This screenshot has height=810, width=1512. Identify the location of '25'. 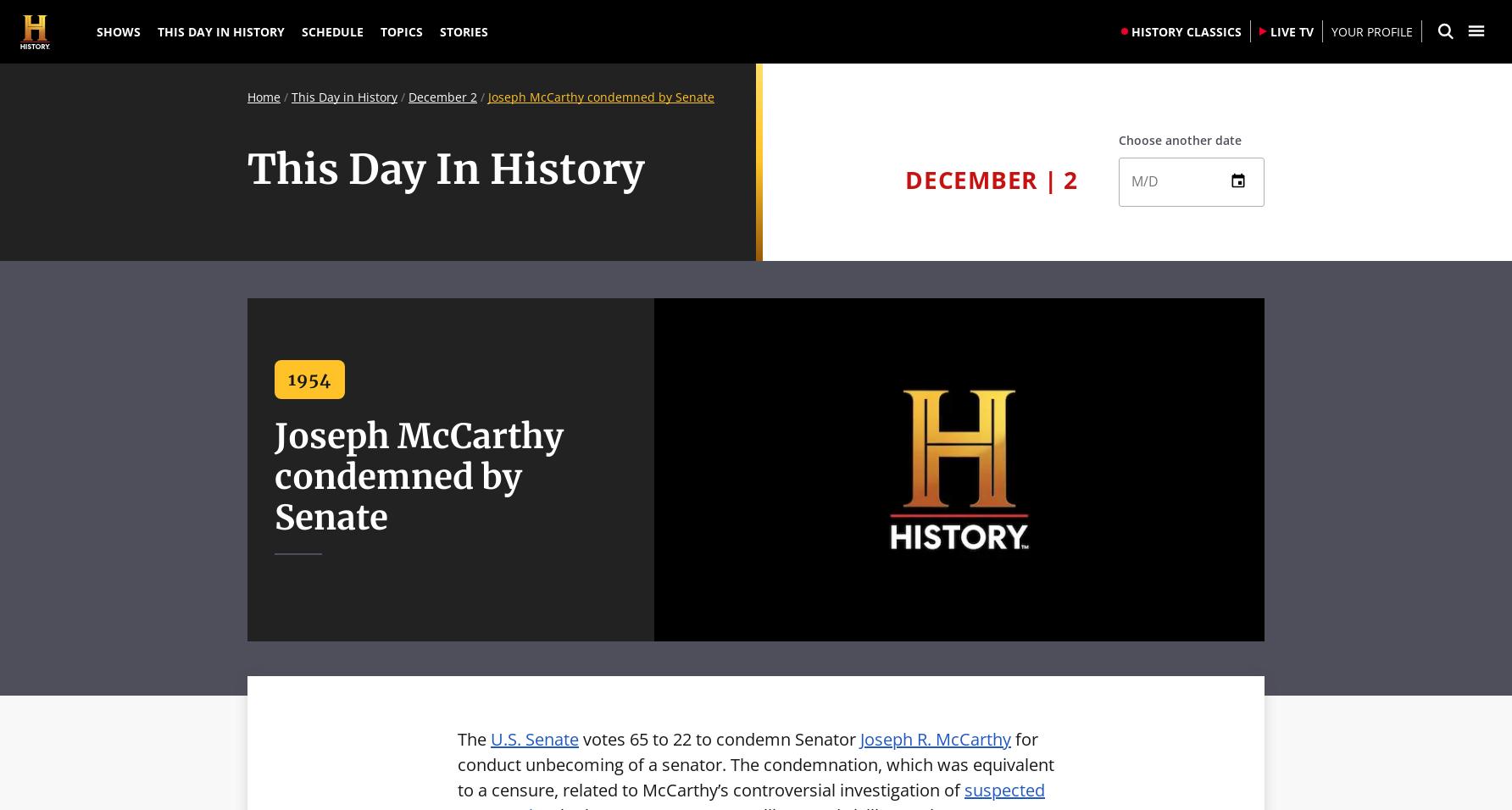
(1143, 351).